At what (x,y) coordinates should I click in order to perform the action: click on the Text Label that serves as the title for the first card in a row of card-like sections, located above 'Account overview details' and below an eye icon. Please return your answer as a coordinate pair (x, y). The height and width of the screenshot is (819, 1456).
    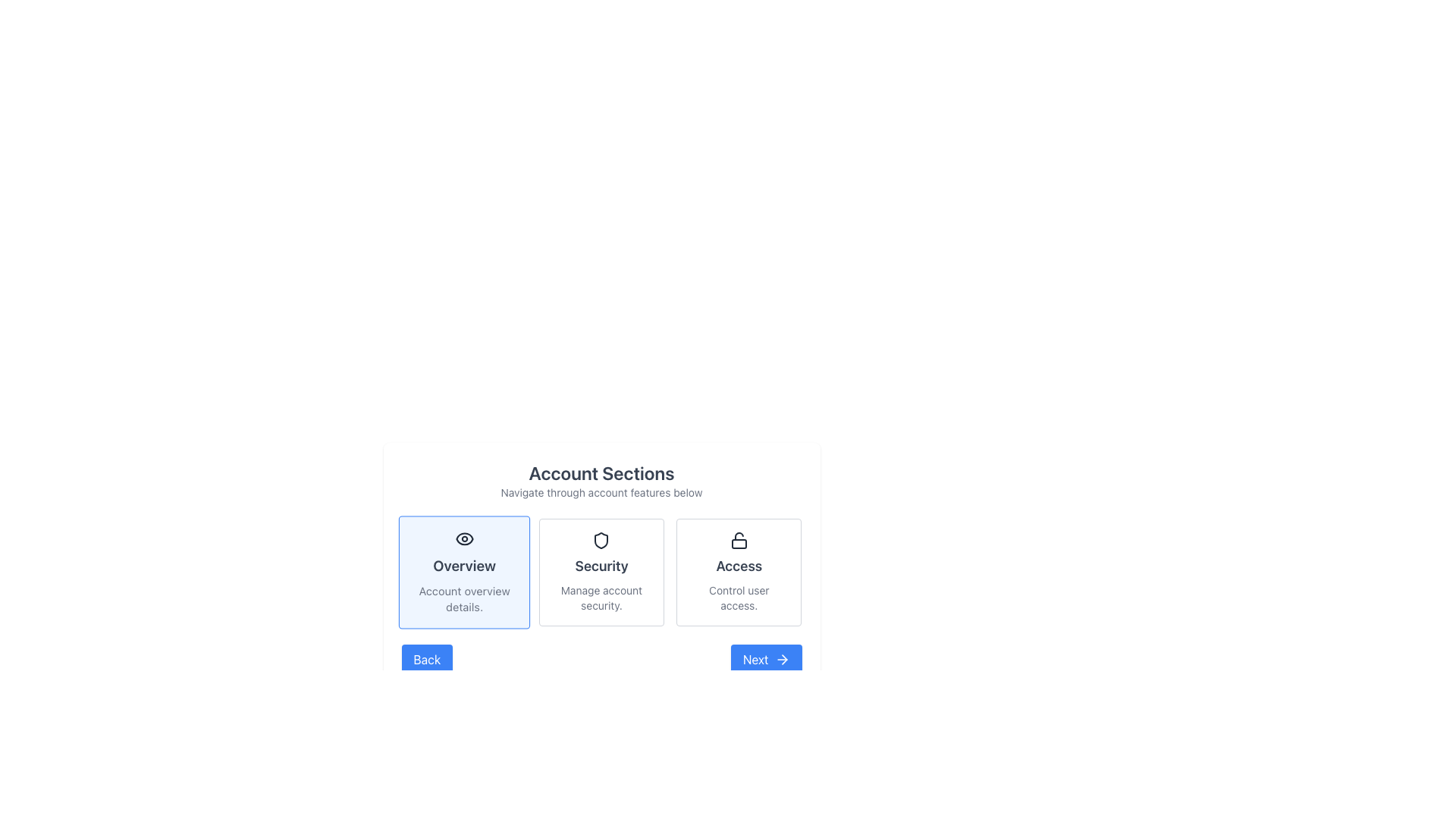
    Looking at the image, I should click on (463, 566).